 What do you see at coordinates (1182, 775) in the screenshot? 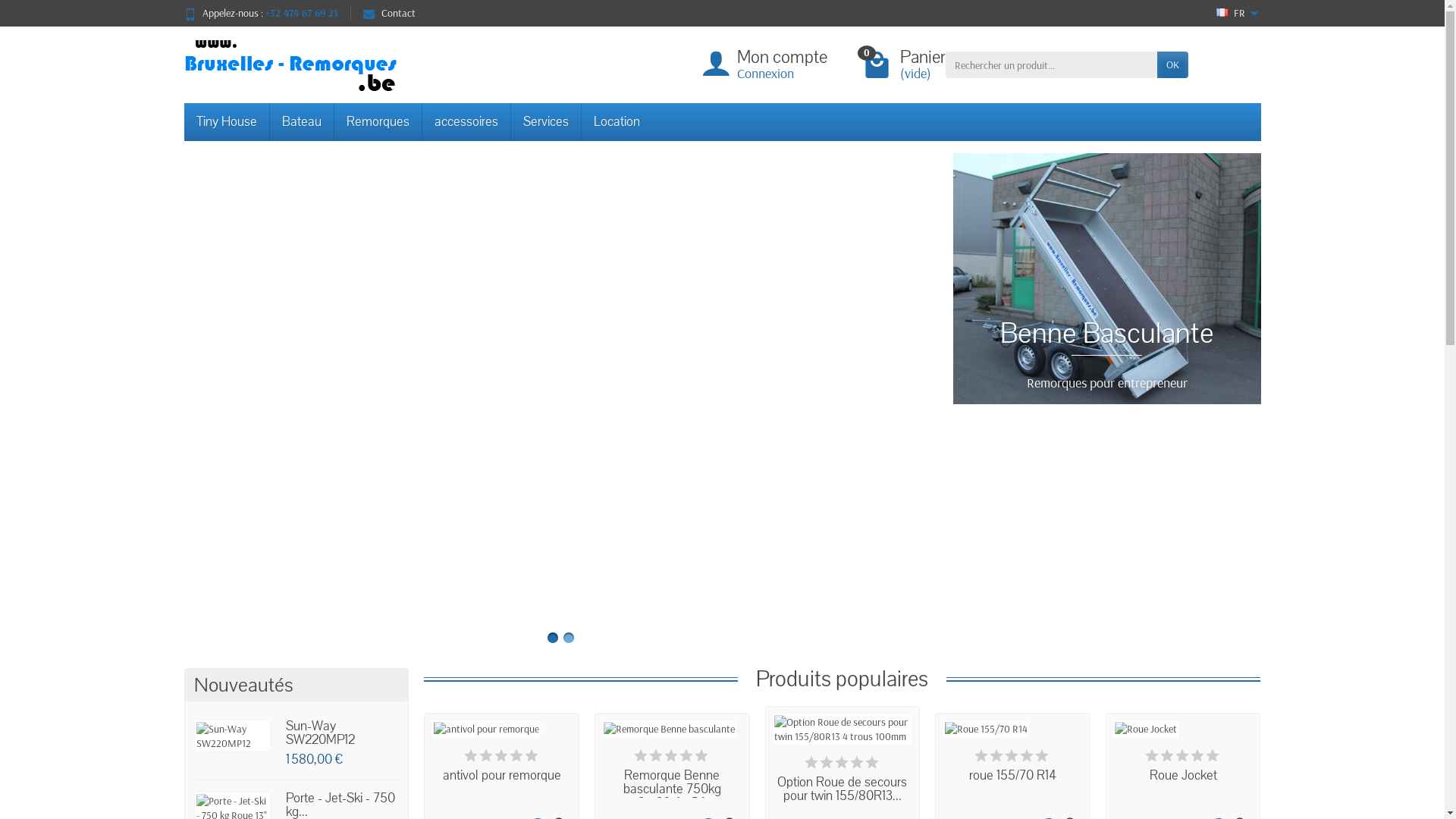
I see `'Roue Jocket'` at bounding box center [1182, 775].